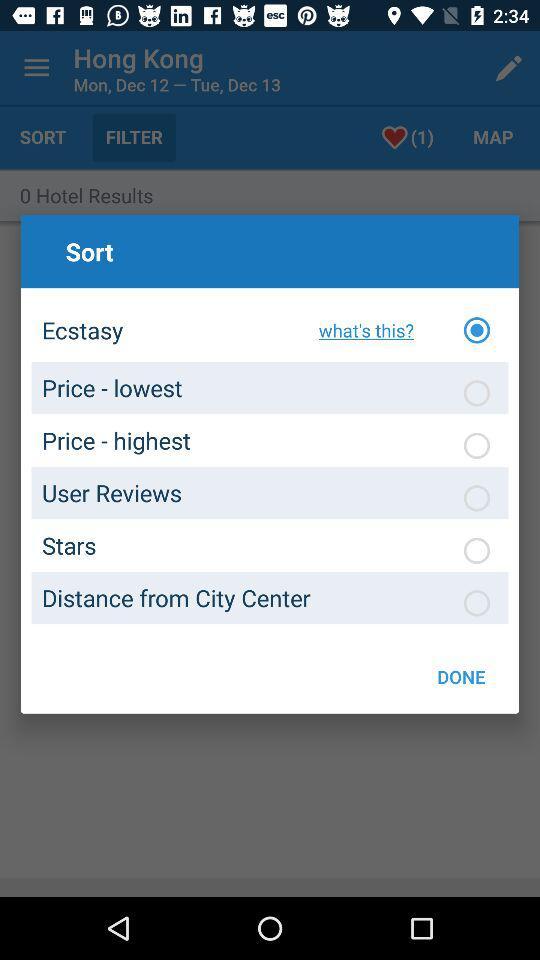  Describe the element at coordinates (475, 497) in the screenshot. I see `choose your choice` at that location.